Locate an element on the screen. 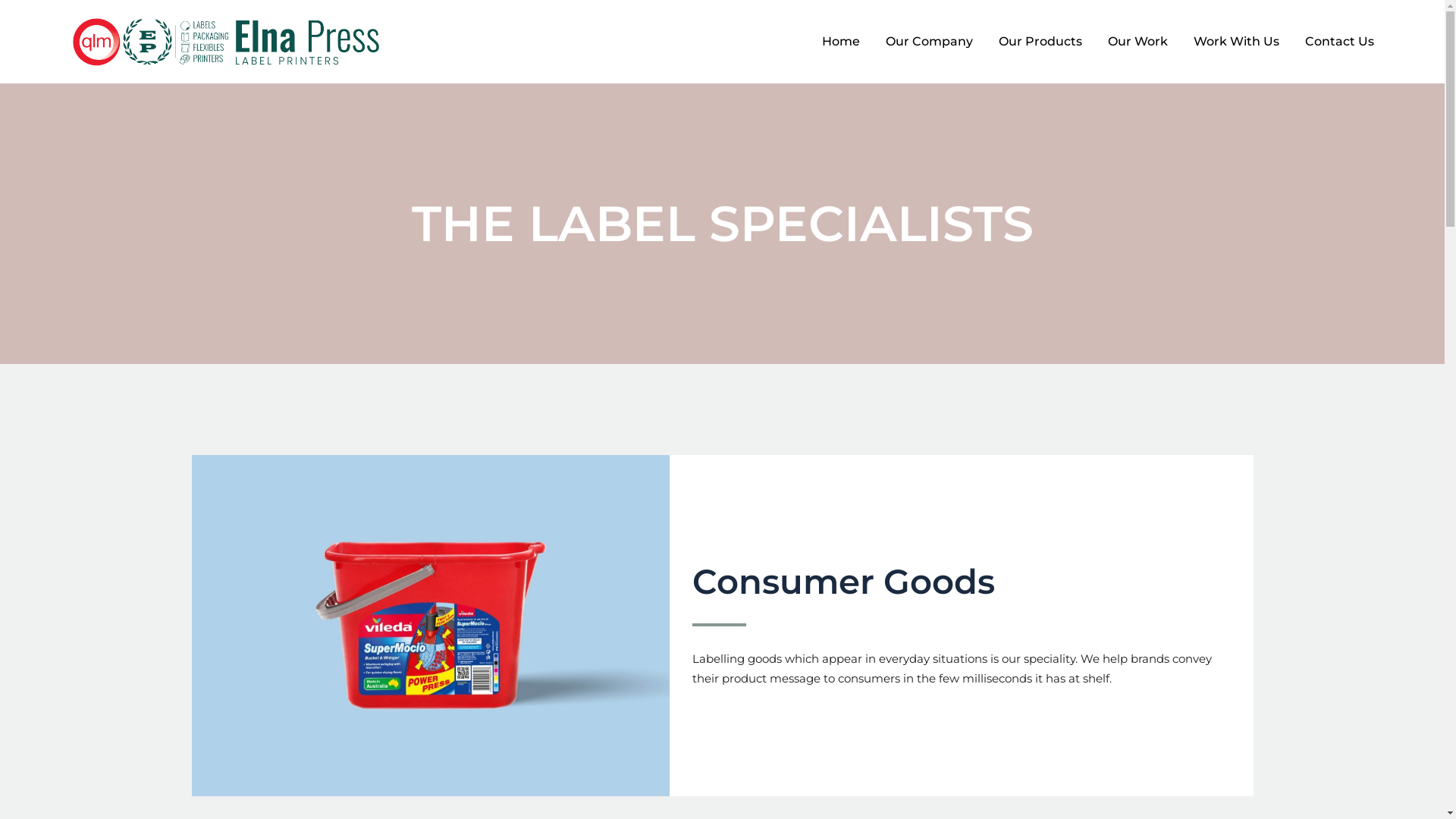  'Our Company' is located at coordinates (928, 40).